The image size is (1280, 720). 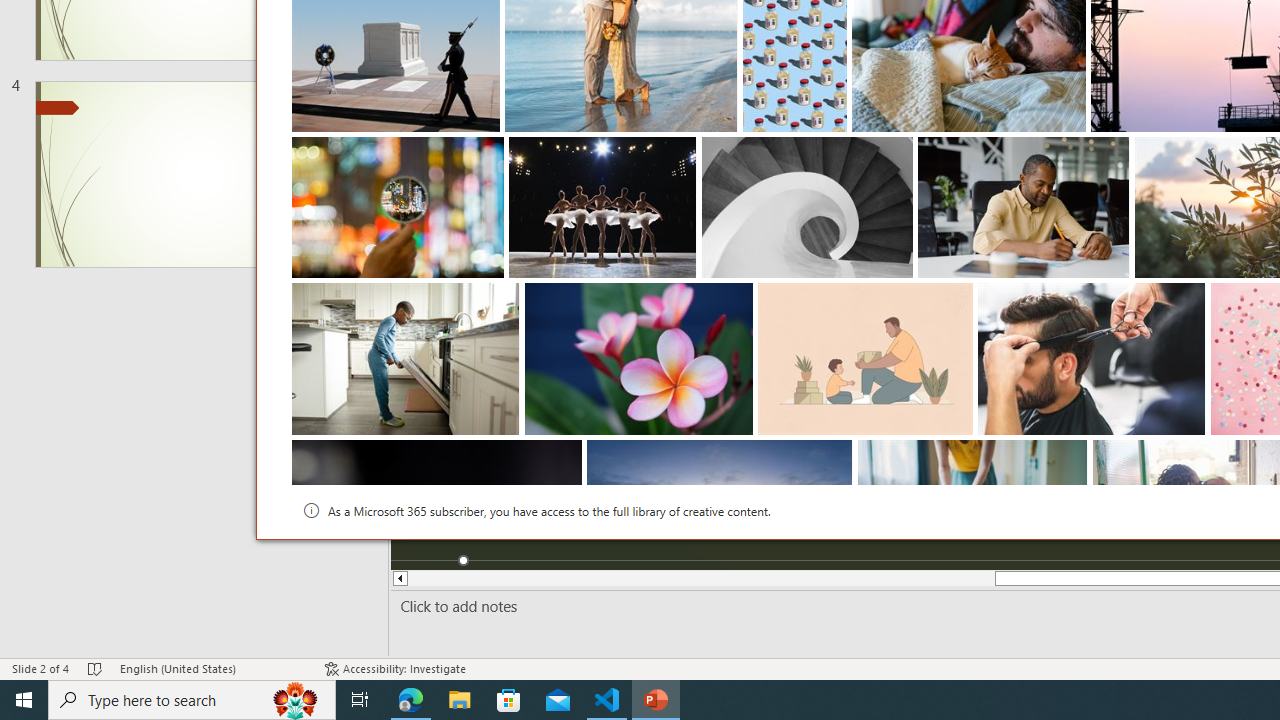 What do you see at coordinates (294, 698) in the screenshot?
I see `'Search highlights icon opens search home window'` at bounding box center [294, 698].